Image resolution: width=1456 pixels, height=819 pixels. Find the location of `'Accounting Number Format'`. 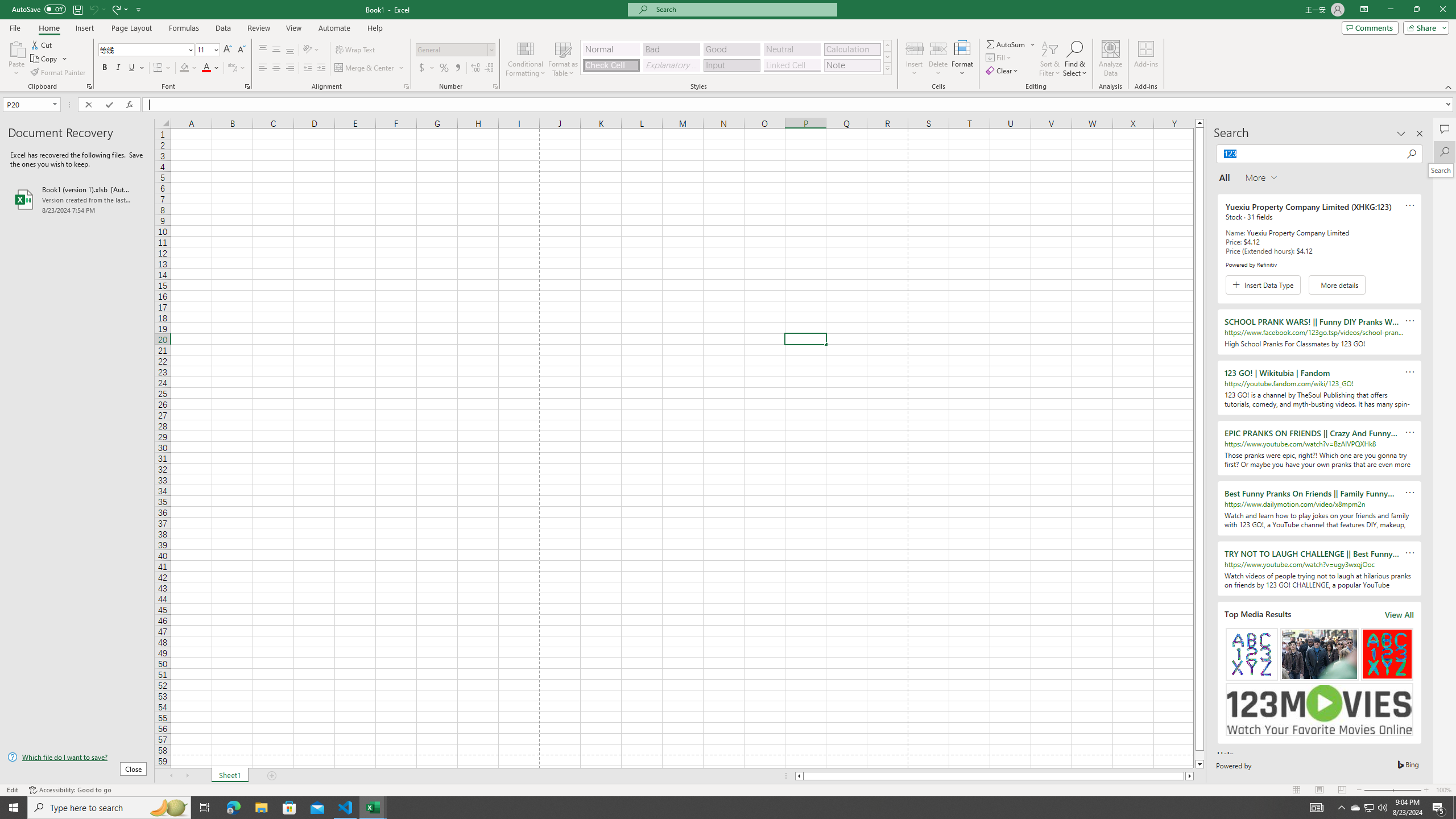

'Accounting Number Format' is located at coordinates (421, 67).